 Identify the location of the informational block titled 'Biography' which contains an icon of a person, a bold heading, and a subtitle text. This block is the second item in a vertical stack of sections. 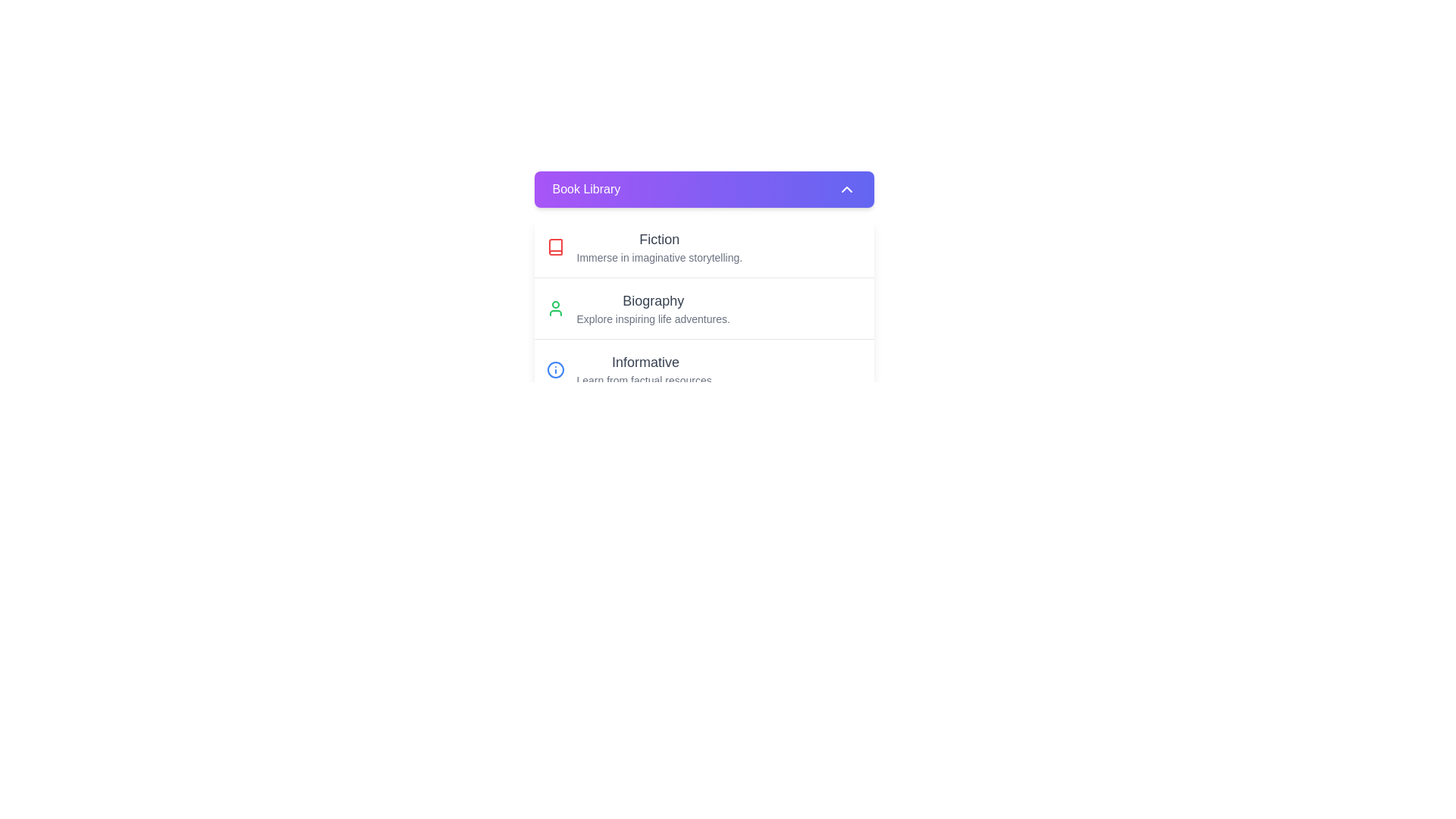
(703, 308).